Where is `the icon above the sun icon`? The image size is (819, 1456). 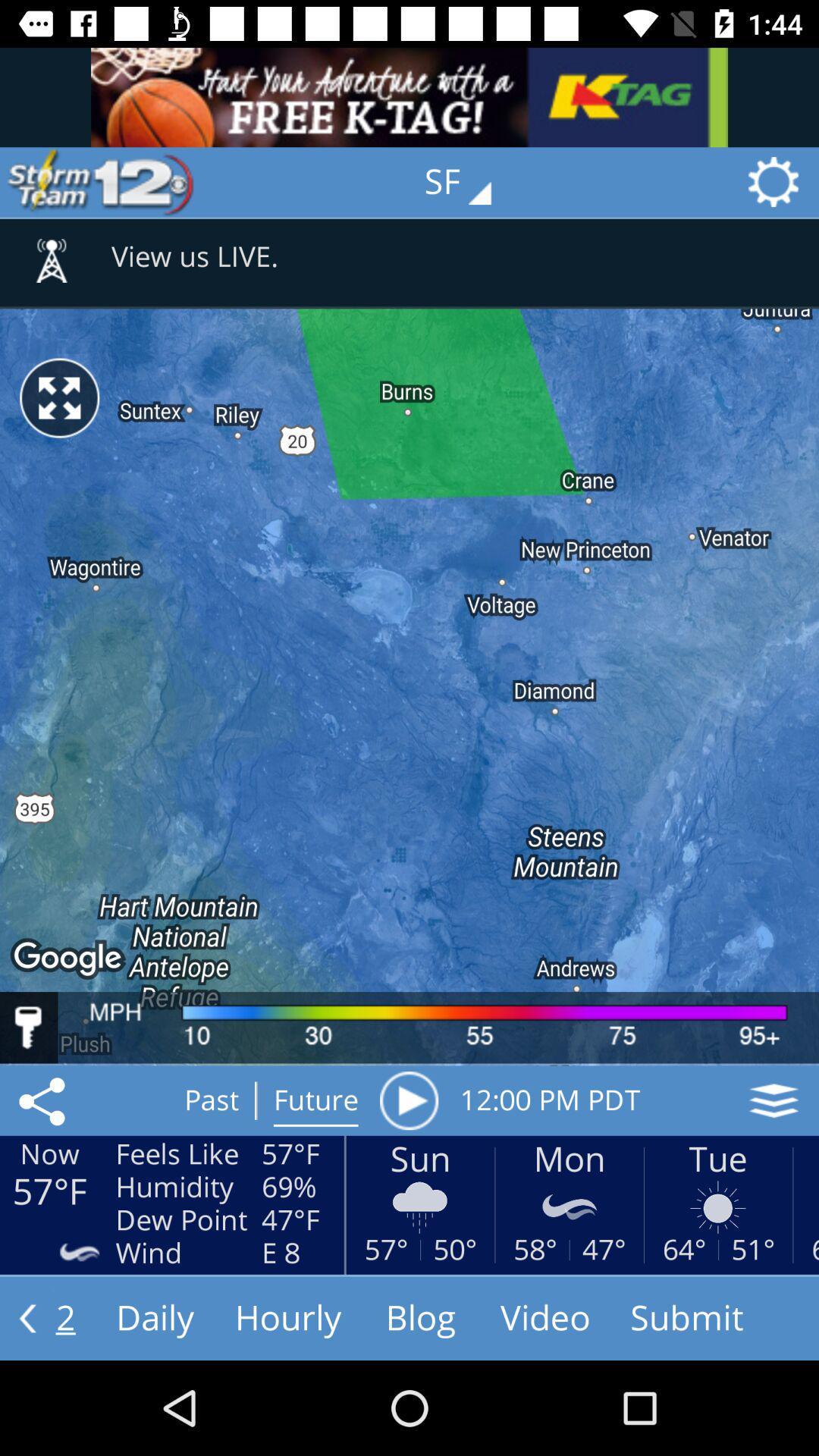 the icon above the sun icon is located at coordinates (408, 1100).